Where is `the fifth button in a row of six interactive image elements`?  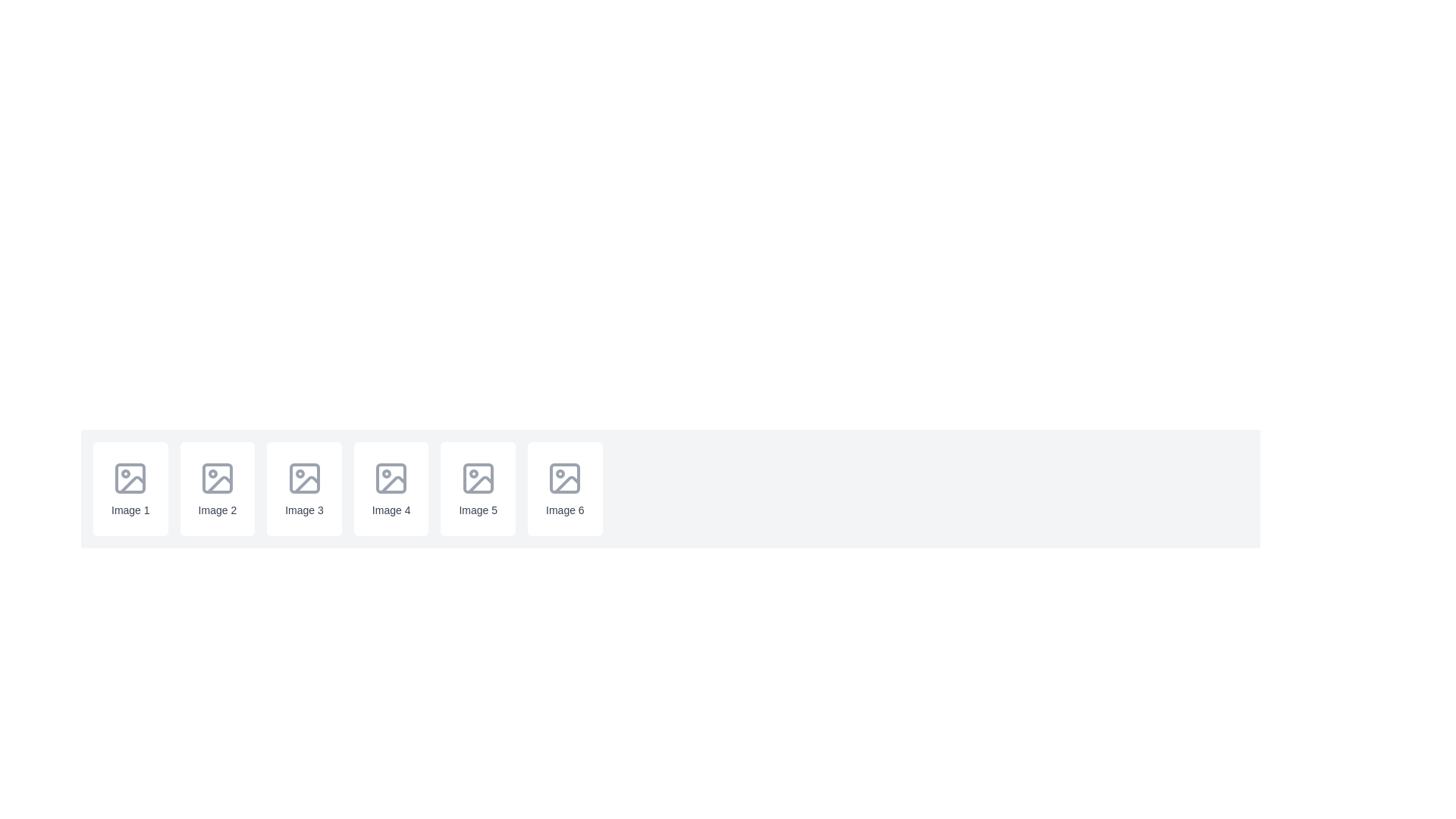 the fifth button in a row of six interactive image elements is located at coordinates (477, 488).